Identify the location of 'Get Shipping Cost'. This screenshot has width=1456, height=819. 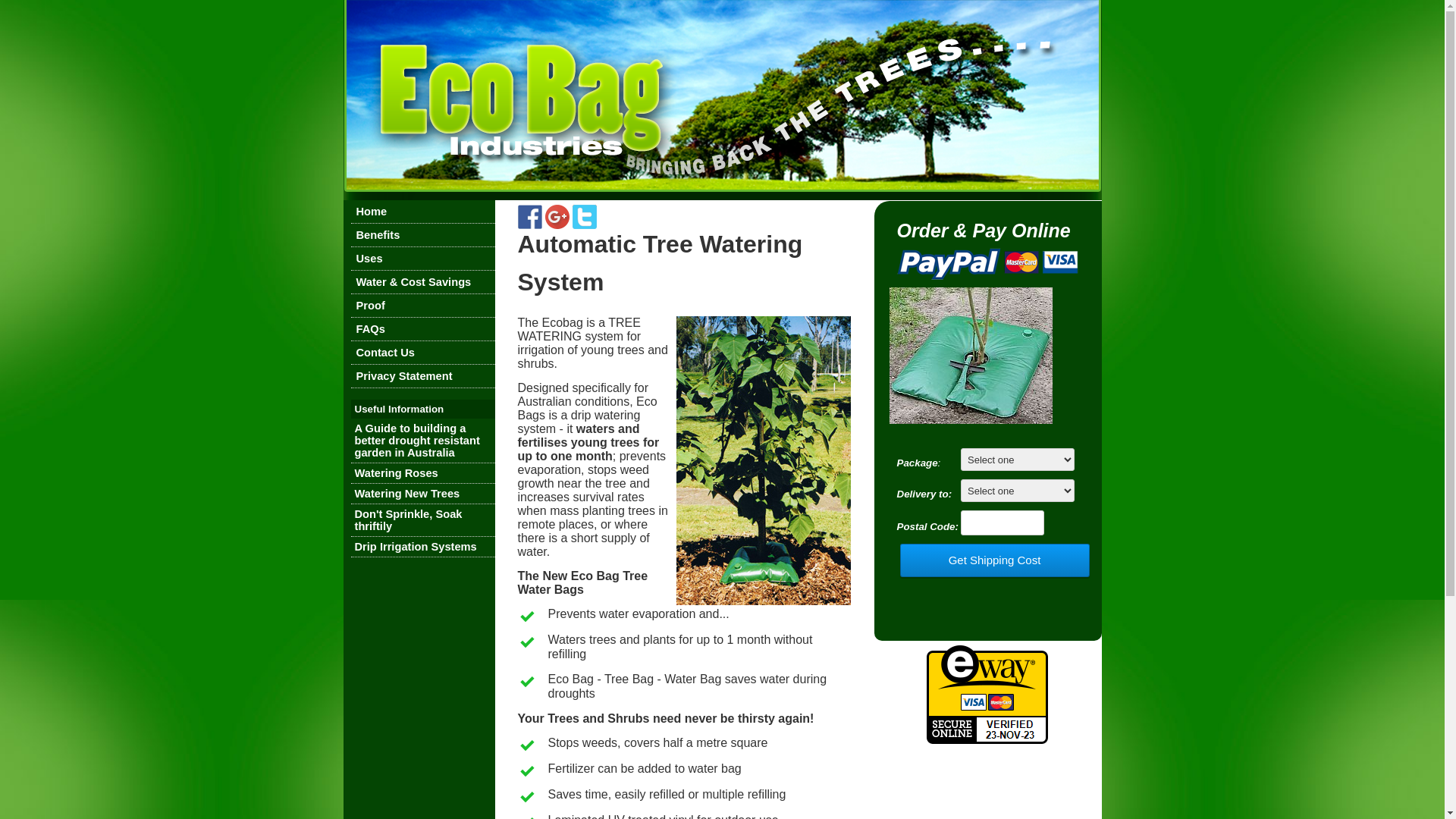
(993, 560).